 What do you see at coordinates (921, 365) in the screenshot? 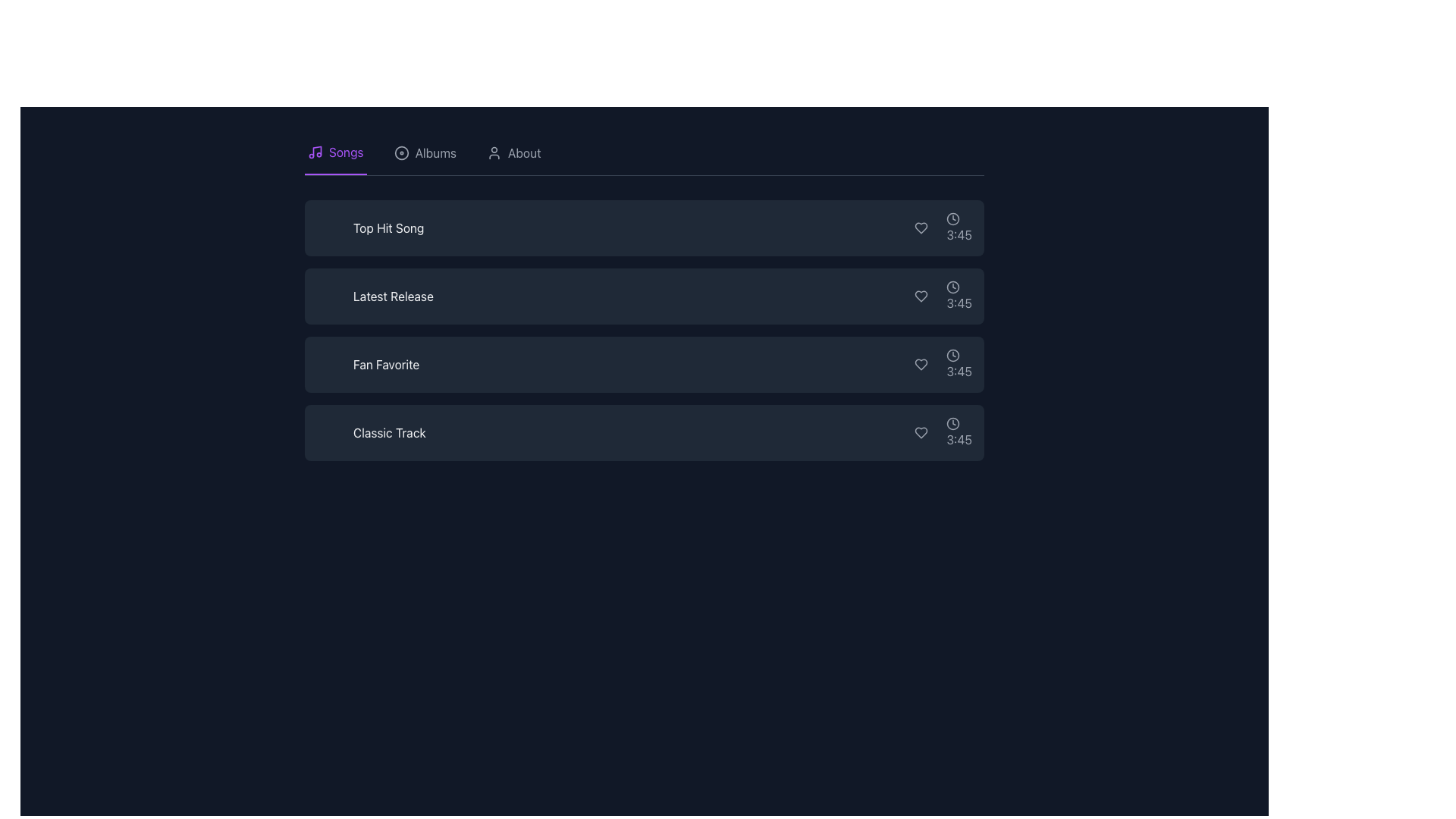
I see `the heart-shaped icon button` at bounding box center [921, 365].